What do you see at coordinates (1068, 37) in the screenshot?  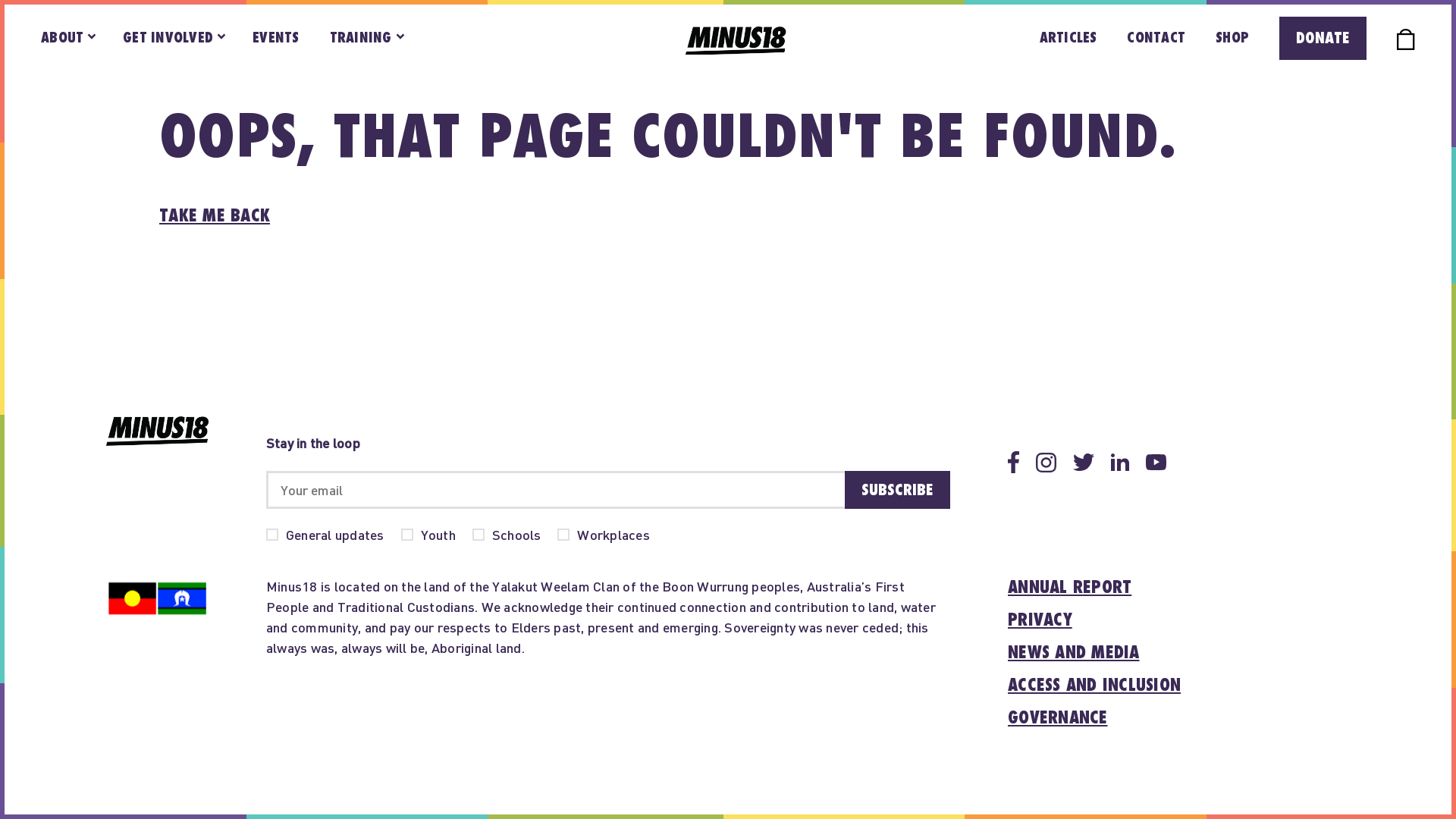 I see `'ARTICLES'` at bounding box center [1068, 37].